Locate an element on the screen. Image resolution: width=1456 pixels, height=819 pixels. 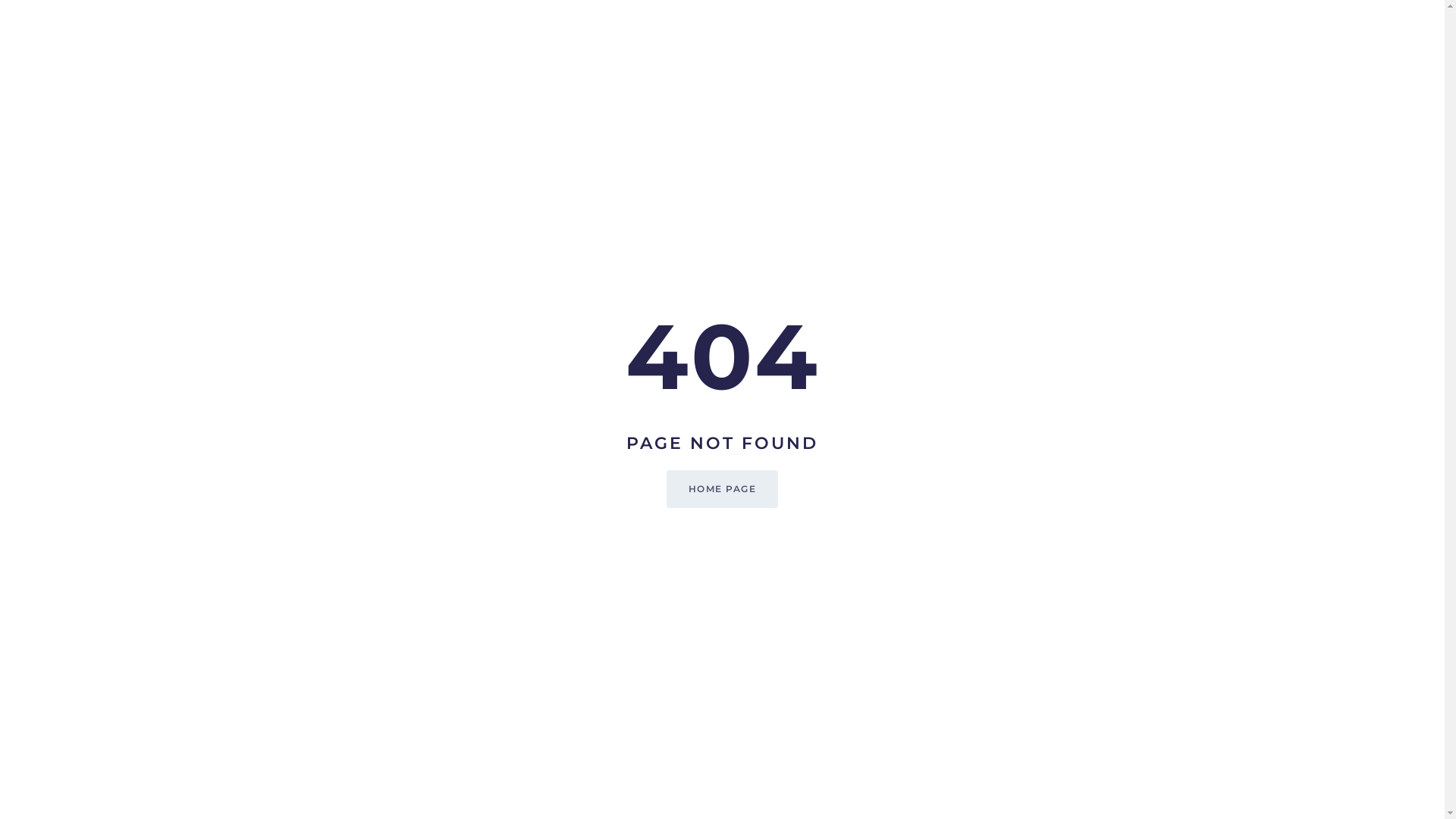
'HOME PAGE' is located at coordinates (722, 488).